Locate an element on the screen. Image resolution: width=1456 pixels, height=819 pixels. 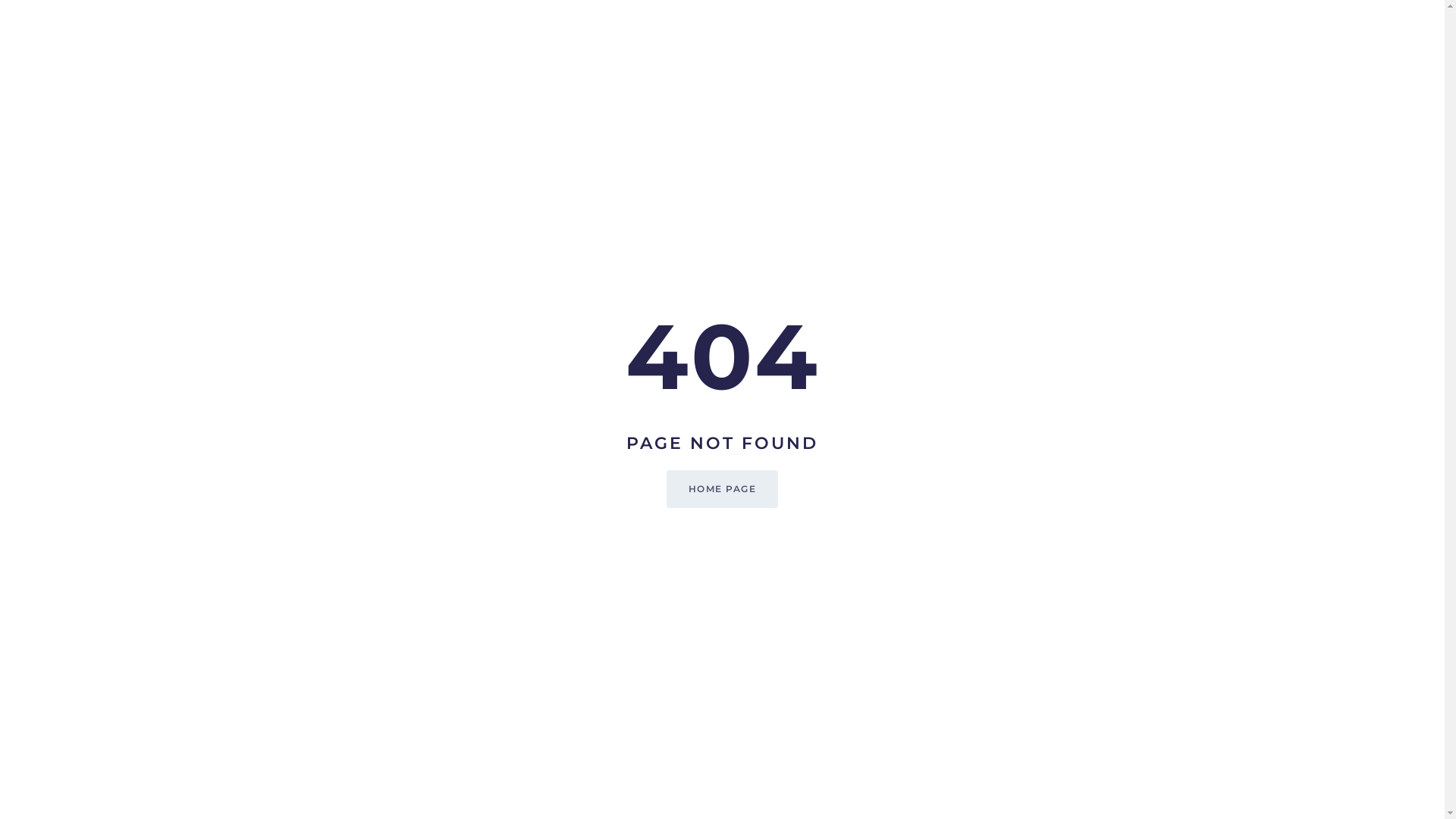
'HOME PAGE' is located at coordinates (722, 488).